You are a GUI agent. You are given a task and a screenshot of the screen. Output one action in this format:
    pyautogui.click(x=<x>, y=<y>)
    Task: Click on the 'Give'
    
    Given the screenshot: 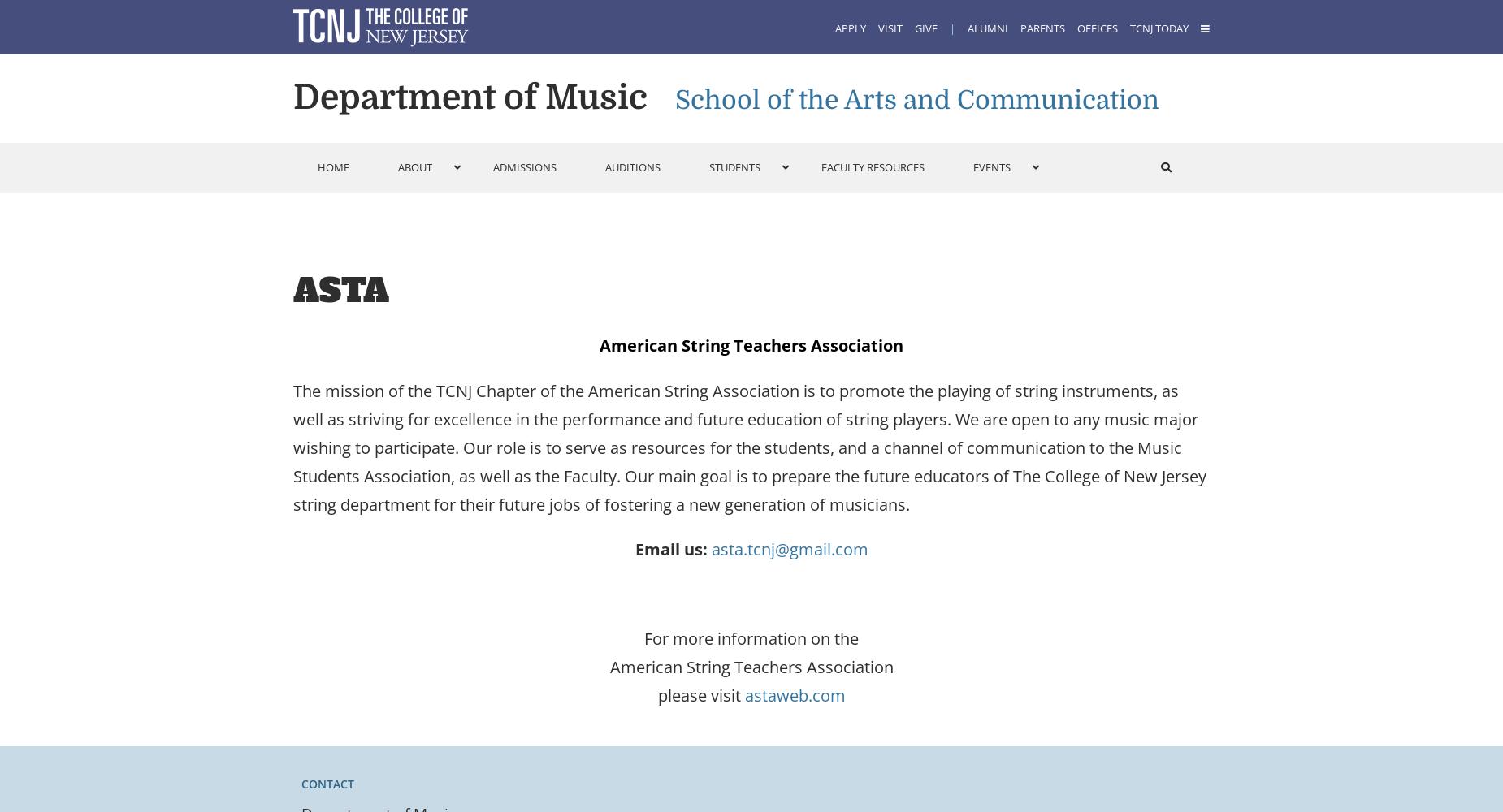 What is the action you would take?
    pyautogui.click(x=925, y=28)
    